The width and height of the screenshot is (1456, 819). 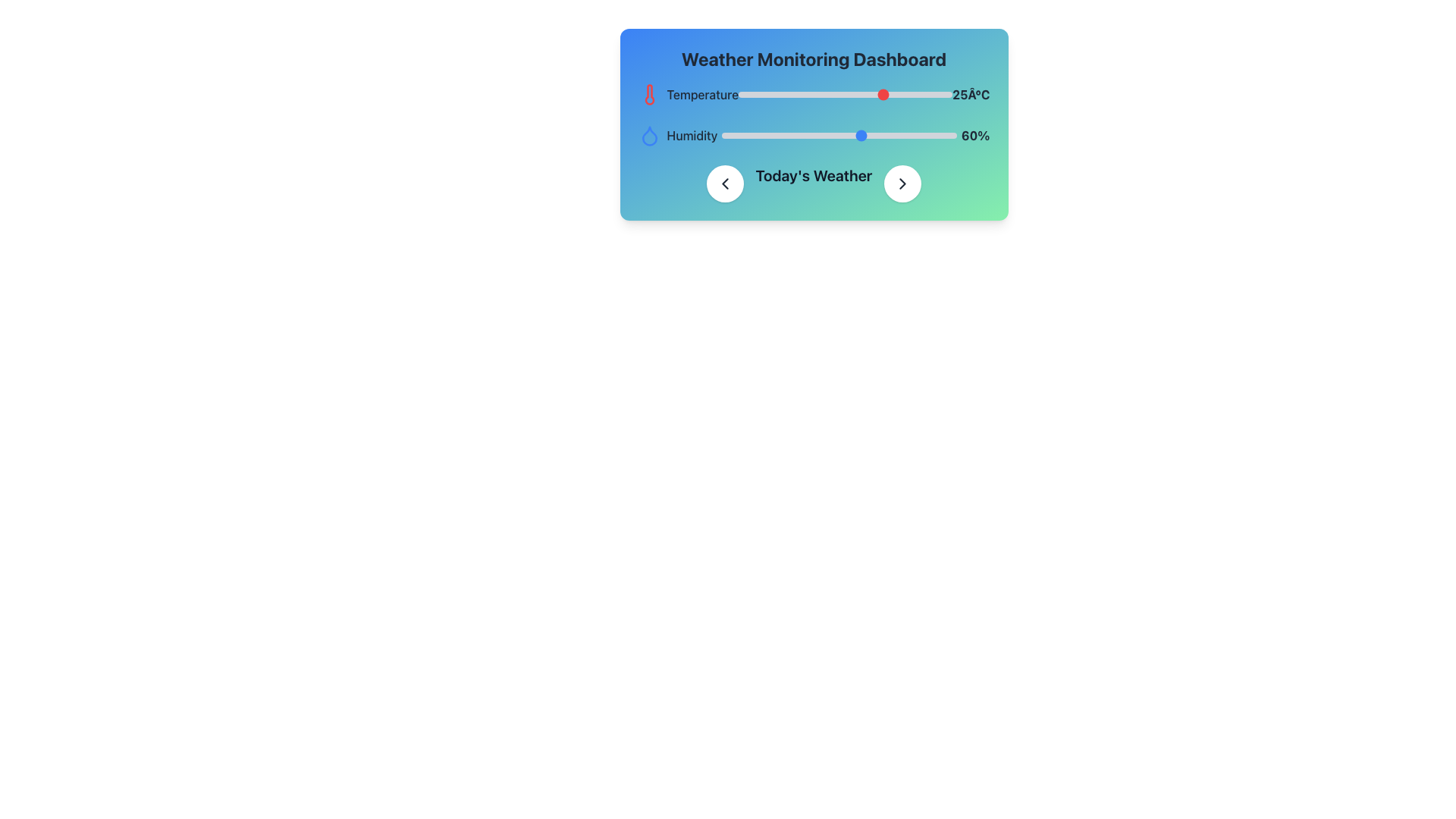 What do you see at coordinates (788, 134) in the screenshot?
I see `the humidity slider` at bounding box center [788, 134].